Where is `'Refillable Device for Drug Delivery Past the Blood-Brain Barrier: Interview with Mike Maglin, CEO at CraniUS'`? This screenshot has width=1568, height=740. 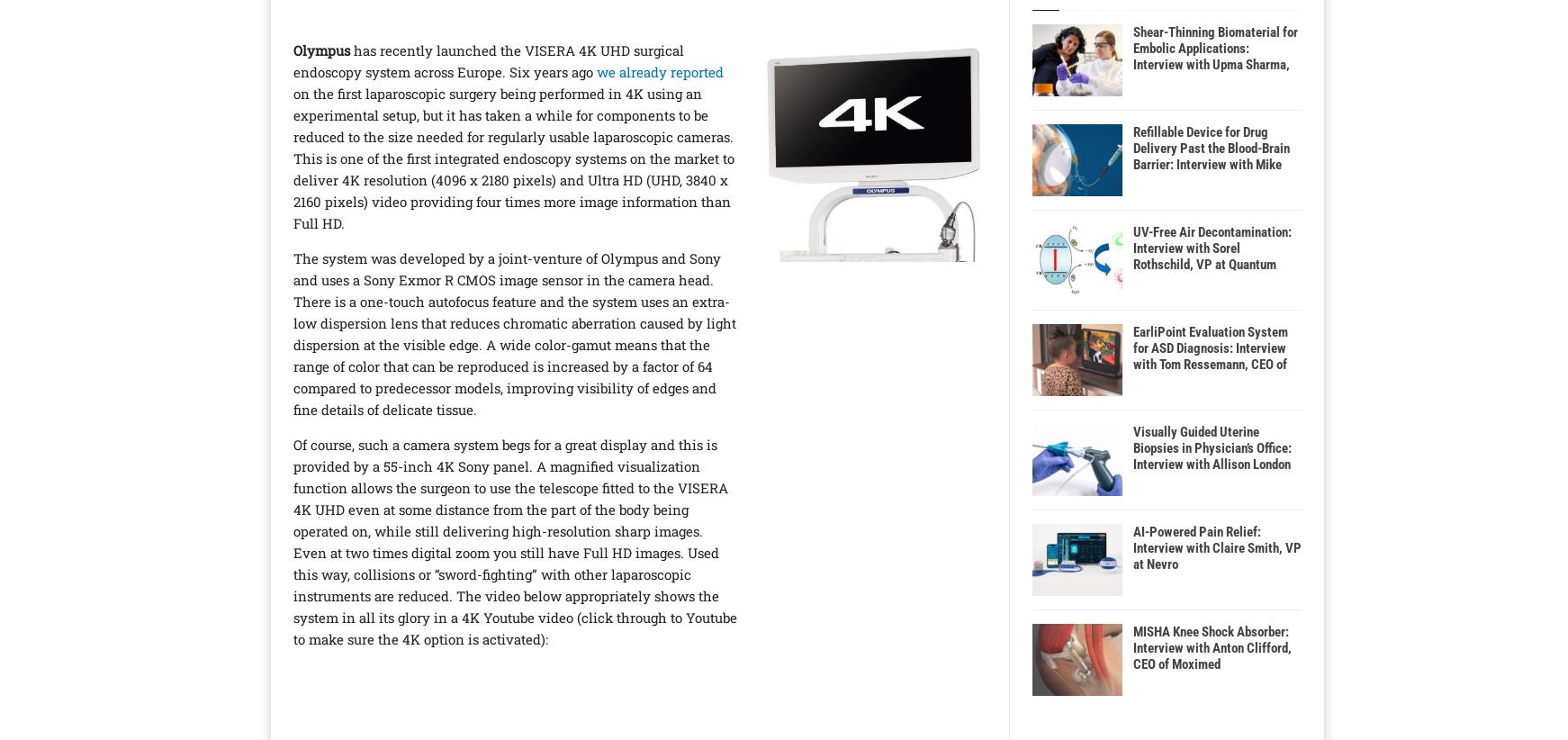 'Refillable Device for Drug Delivery Past the Blood-Brain Barrier: Interview with Mike Maglin, CEO at CraniUS' is located at coordinates (1212, 156).